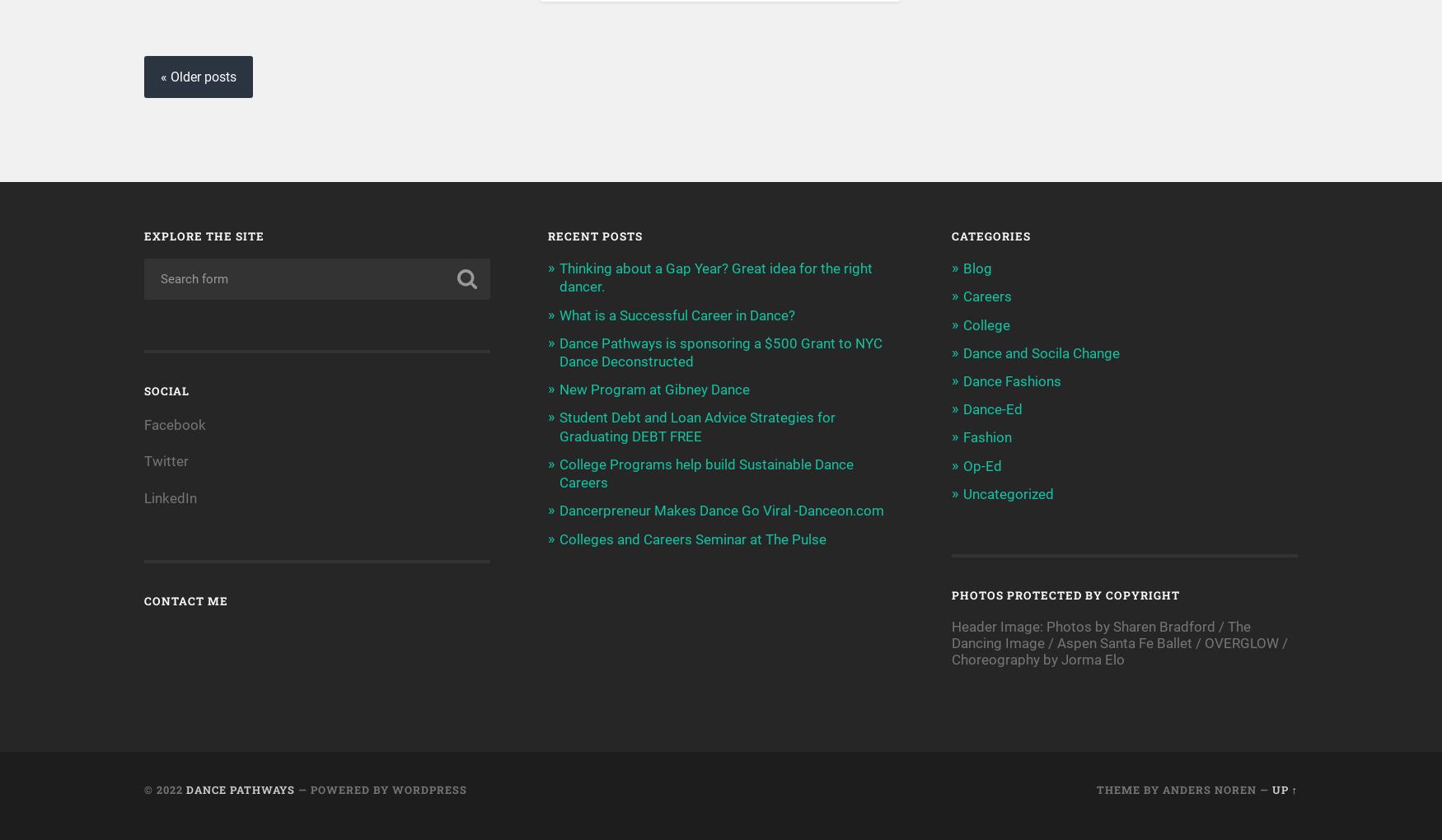 The height and width of the screenshot is (840, 1442). Describe the element at coordinates (1120, 641) in the screenshot. I see `'Header Image: Photos by Sharen Bradford / The Dancing Image / Aspen Santa Fe Ballet / OVERGLOW / Choreography by Jorma Elo'` at that location.